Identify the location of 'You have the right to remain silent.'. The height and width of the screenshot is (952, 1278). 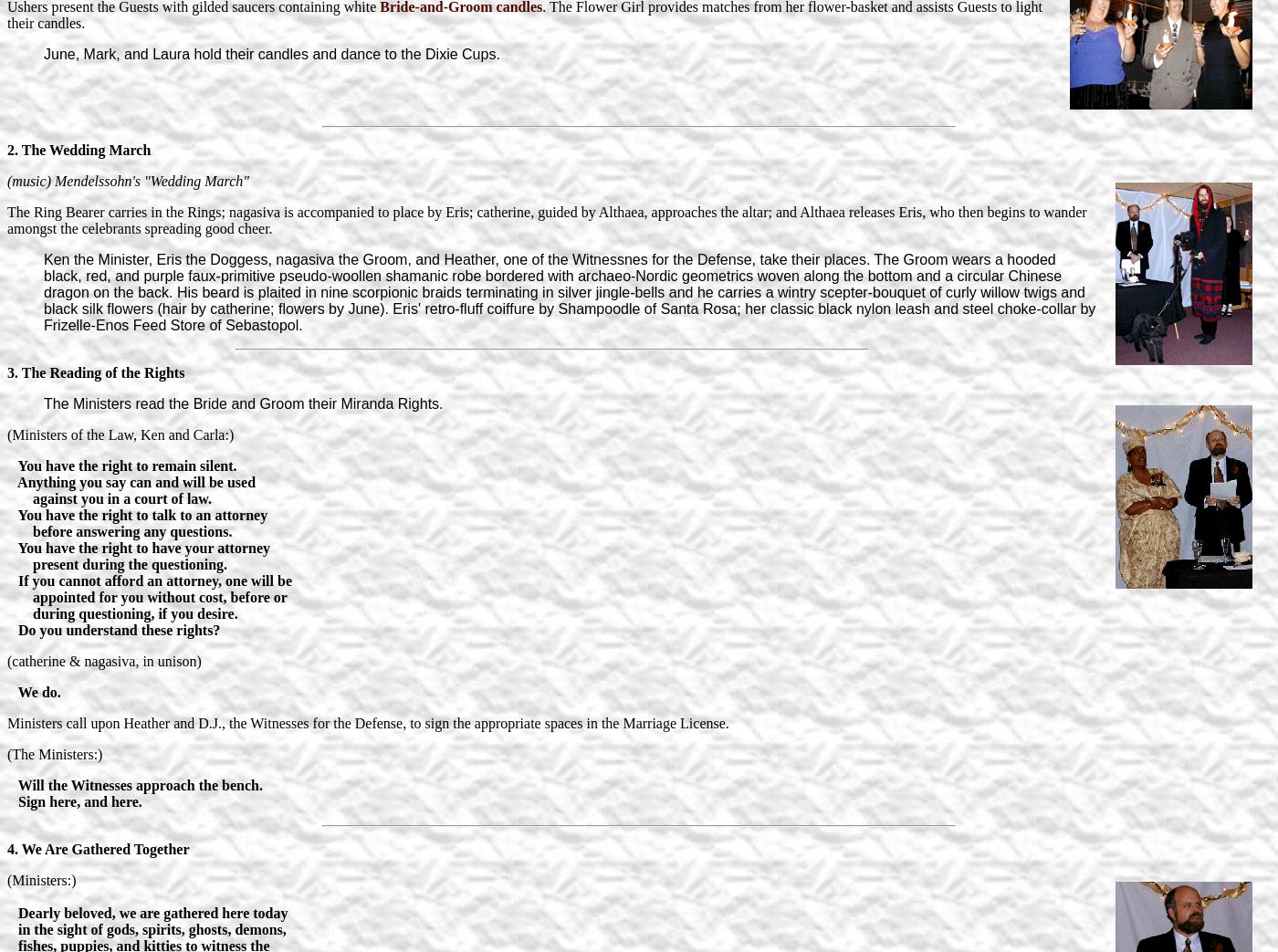
(121, 464).